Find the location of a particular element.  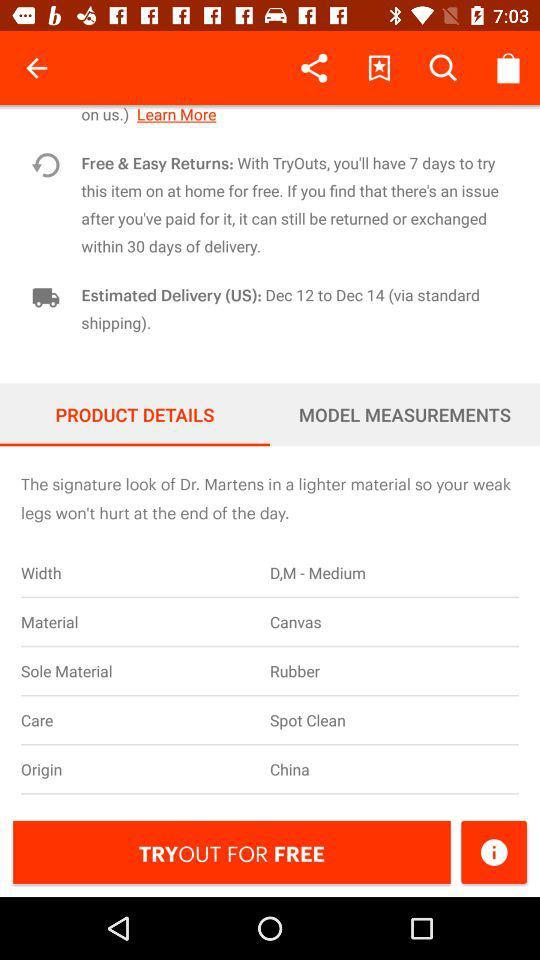

more info is located at coordinates (493, 851).